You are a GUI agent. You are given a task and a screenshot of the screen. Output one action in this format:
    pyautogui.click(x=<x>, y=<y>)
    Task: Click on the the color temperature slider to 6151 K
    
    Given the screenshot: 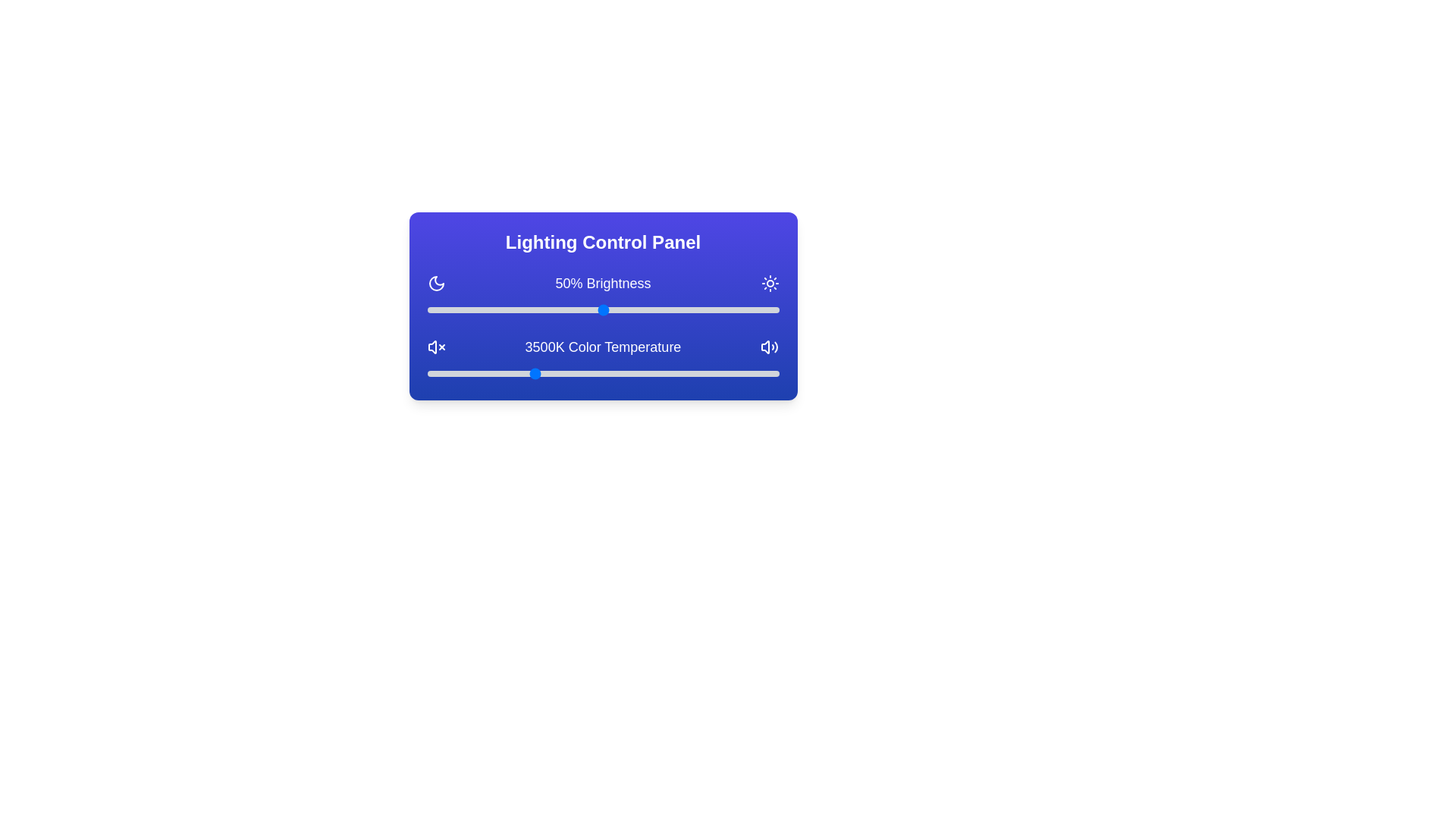 What is the action you would take?
    pyautogui.click(x=718, y=374)
    